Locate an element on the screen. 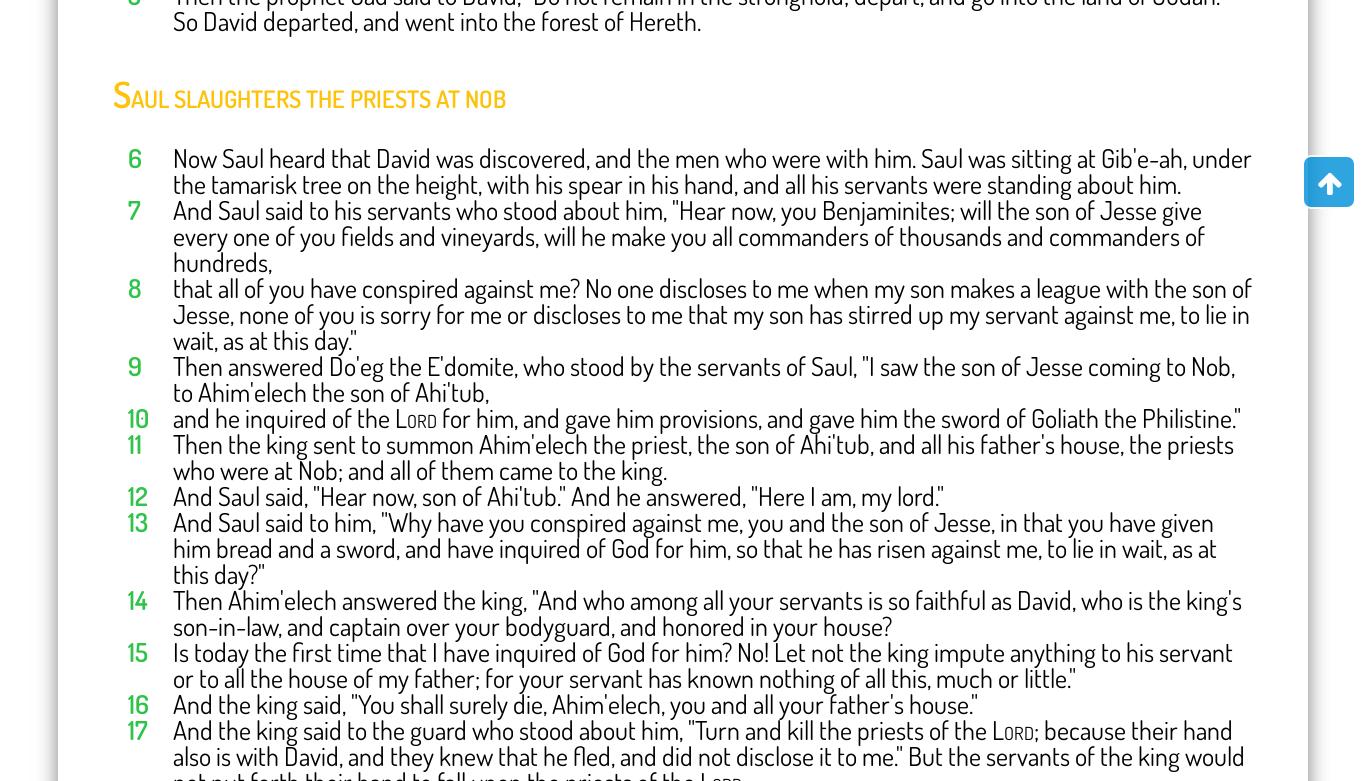  'And Saul said to him, "Why have you conspired against me, you and the son of Jesse, in that you have given him bread and a sword, and have inquired of God for him, so that he has risen against me, to lie in wait, as at this day?"' is located at coordinates (695, 546).